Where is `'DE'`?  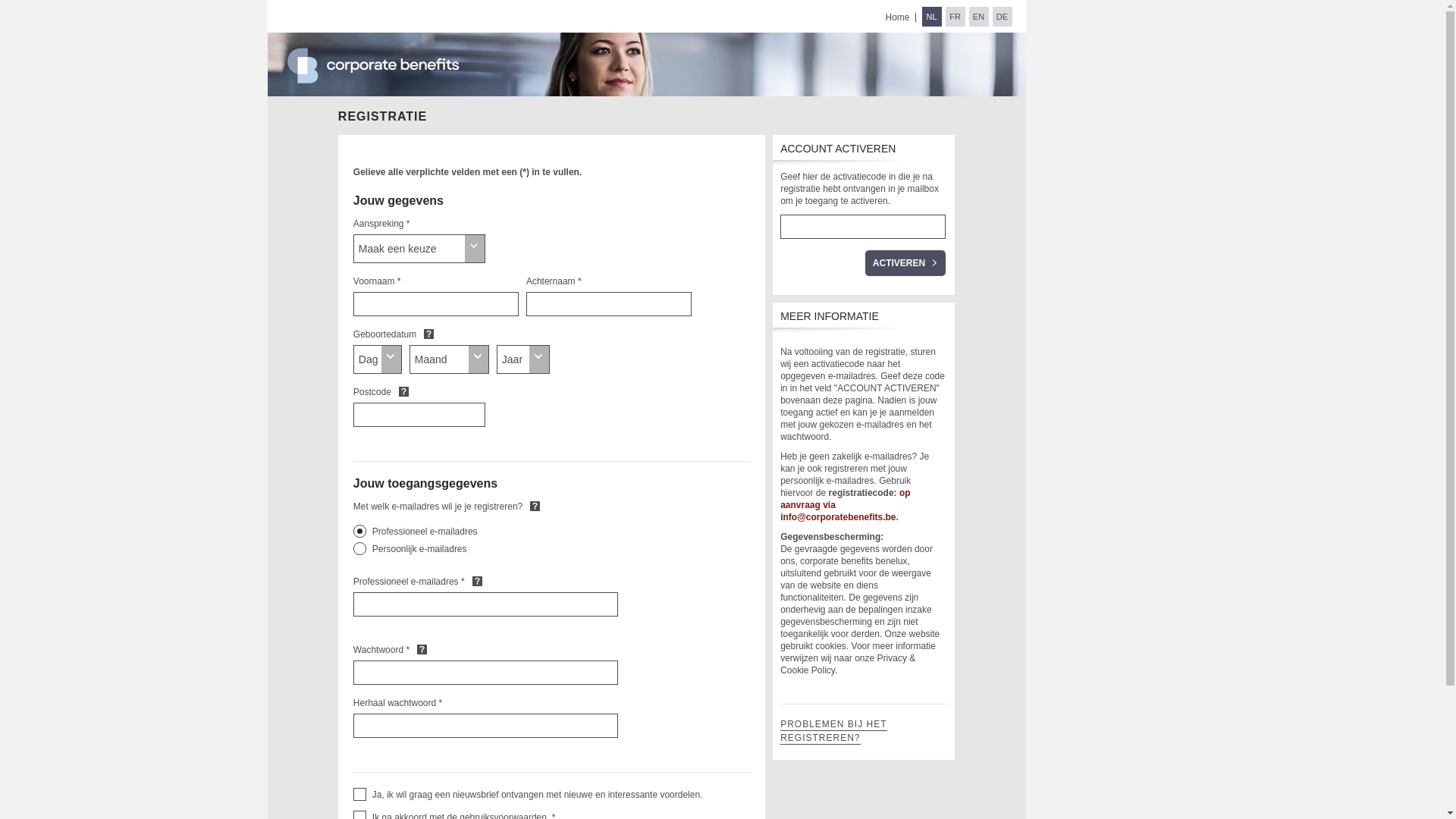
'DE' is located at coordinates (992, 17).